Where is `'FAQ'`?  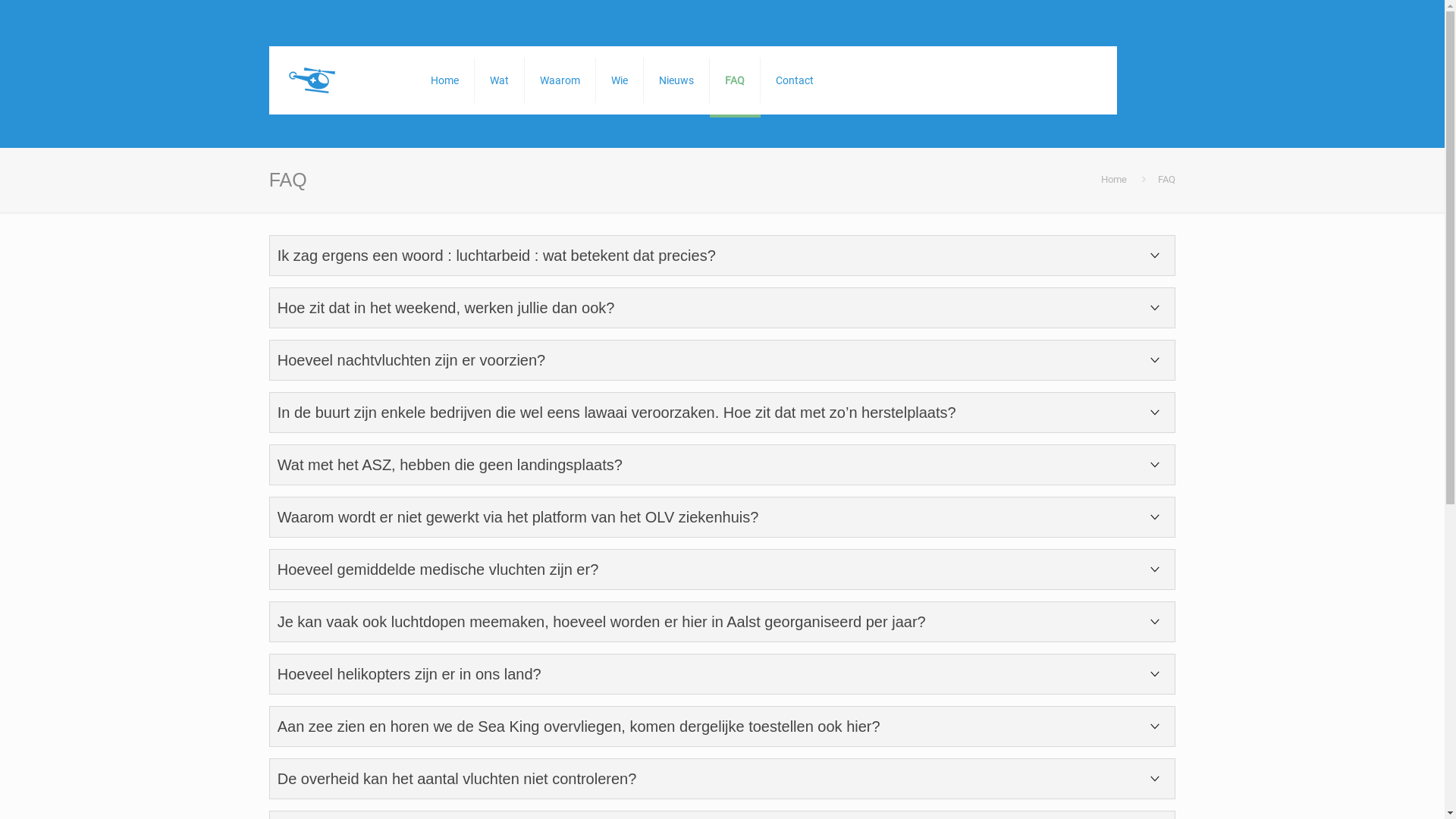
'FAQ' is located at coordinates (735, 80).